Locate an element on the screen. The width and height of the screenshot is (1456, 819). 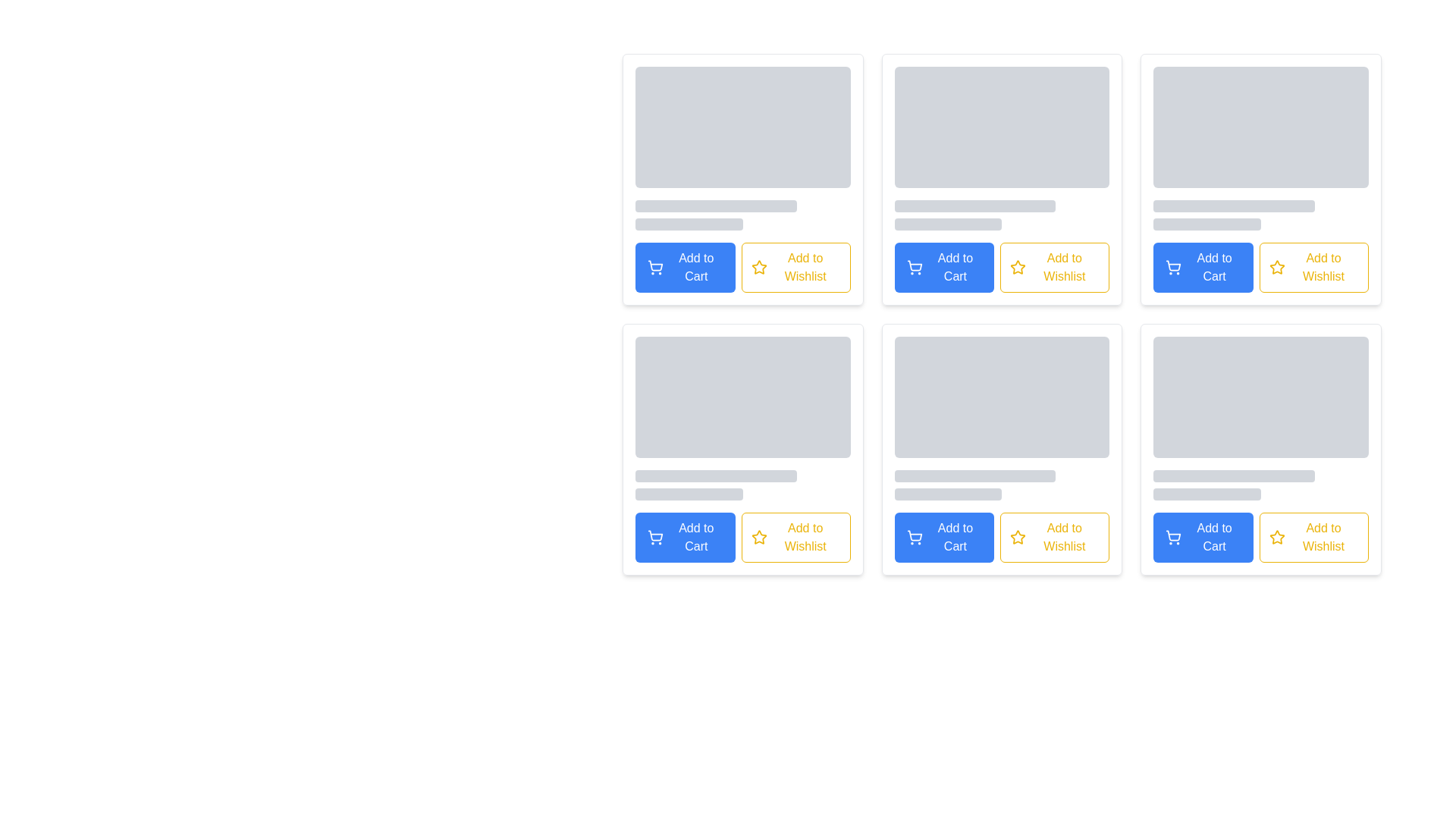
the left button in the first card of the first row in a grid layout is located at coordinates (684, 267).